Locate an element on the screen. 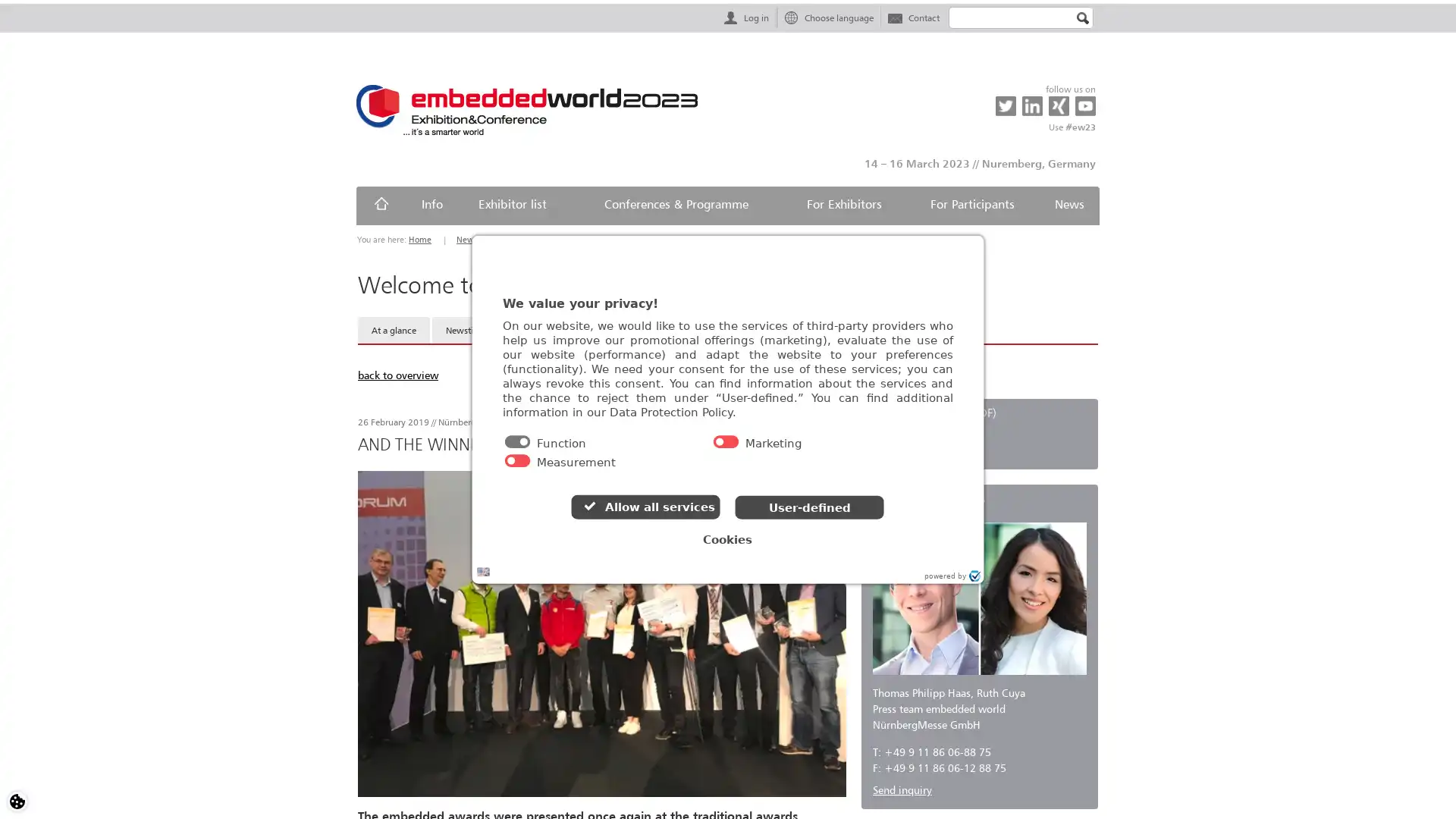  User-defined is located at coordinates (811, 513).